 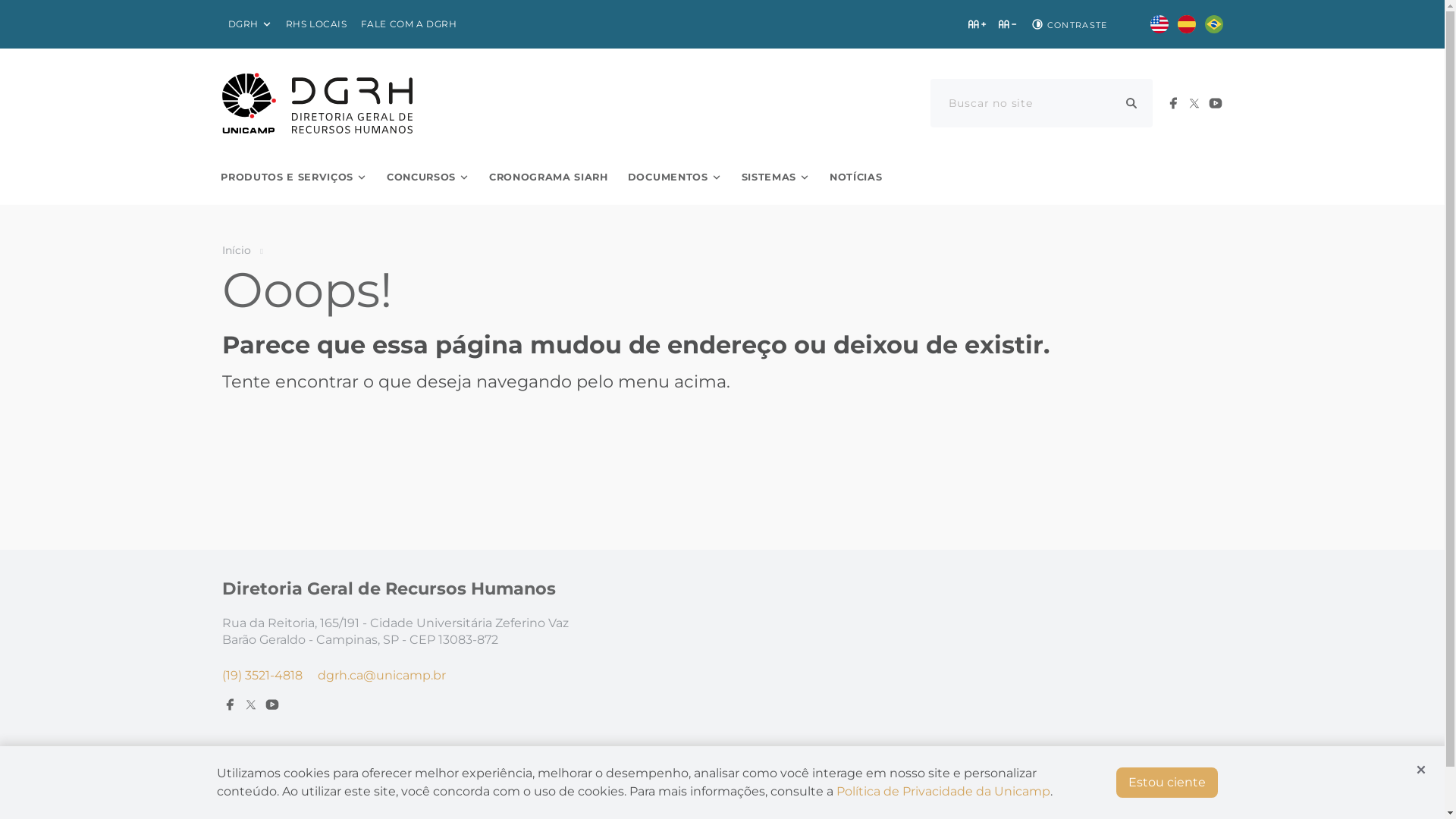 I want to click on 'dgrh.ca@unicamp.br', so click(x=381, y=674).